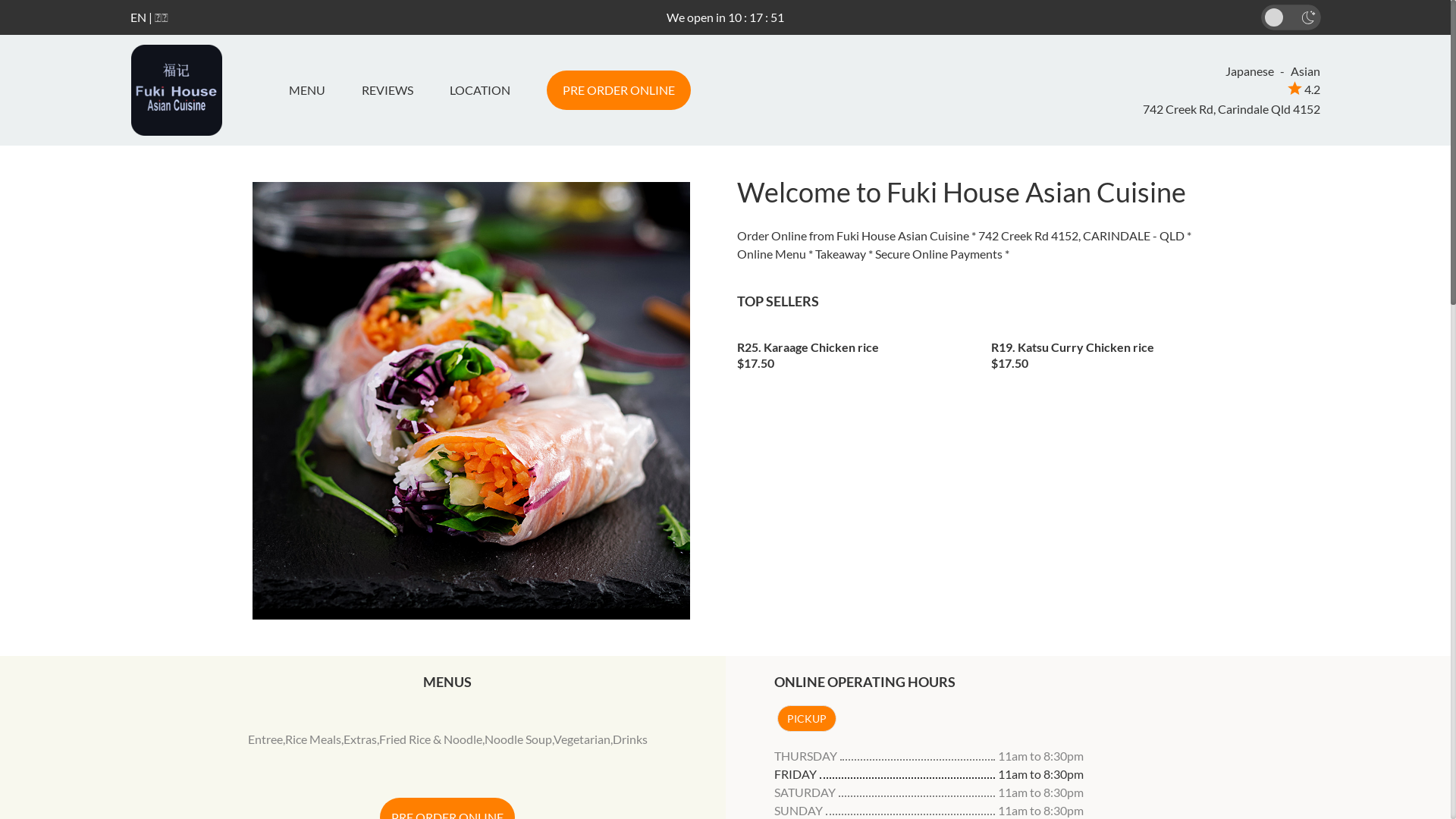 The image size is (1456, 819). Describe the element at coordinates (852, 350) in the screenshot. I see `'R25. Karaage Chicken rice` at that location.